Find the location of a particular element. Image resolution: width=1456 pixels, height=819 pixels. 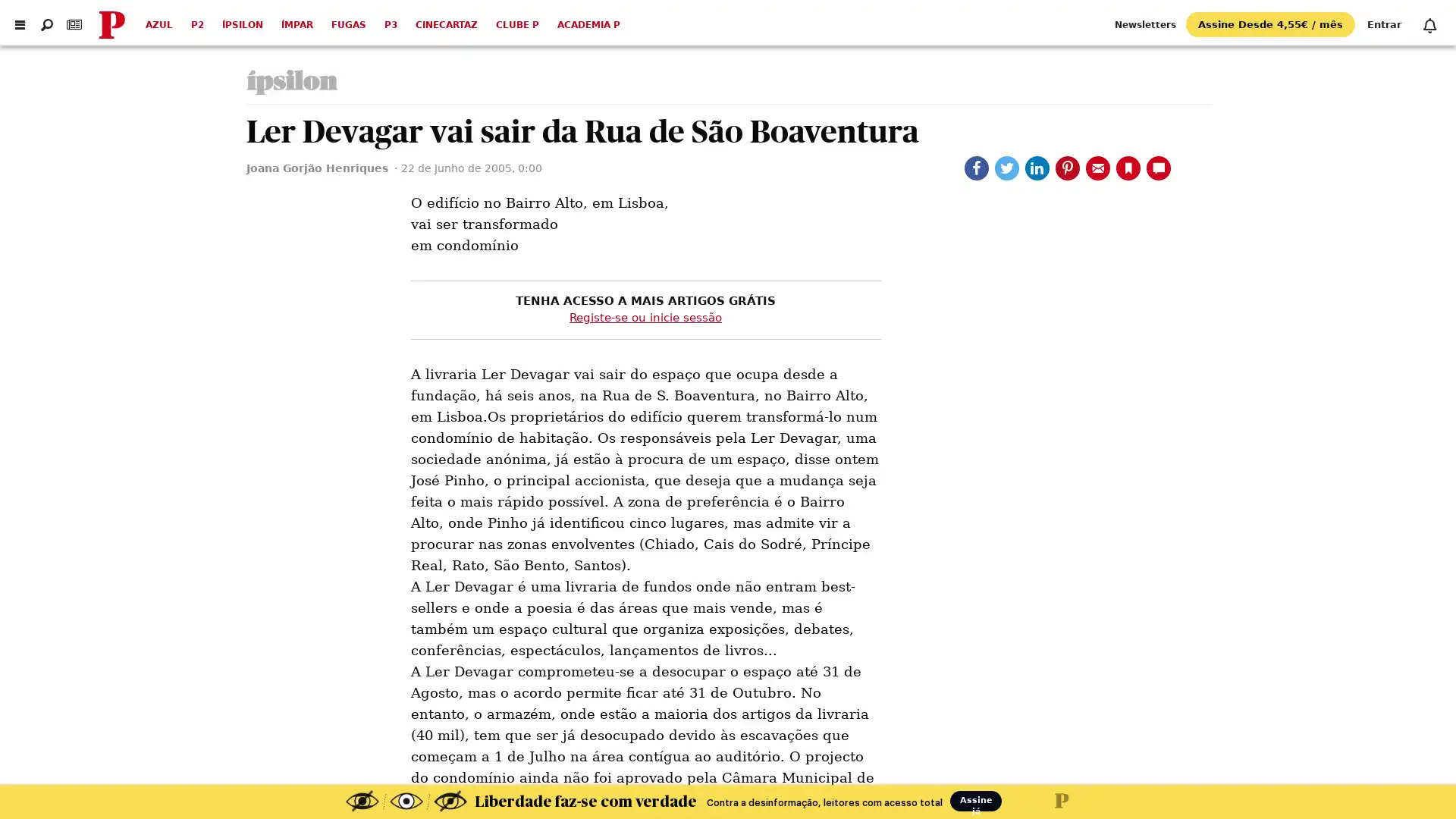

Abrir pesquisa is located at coordinates (47, 24).